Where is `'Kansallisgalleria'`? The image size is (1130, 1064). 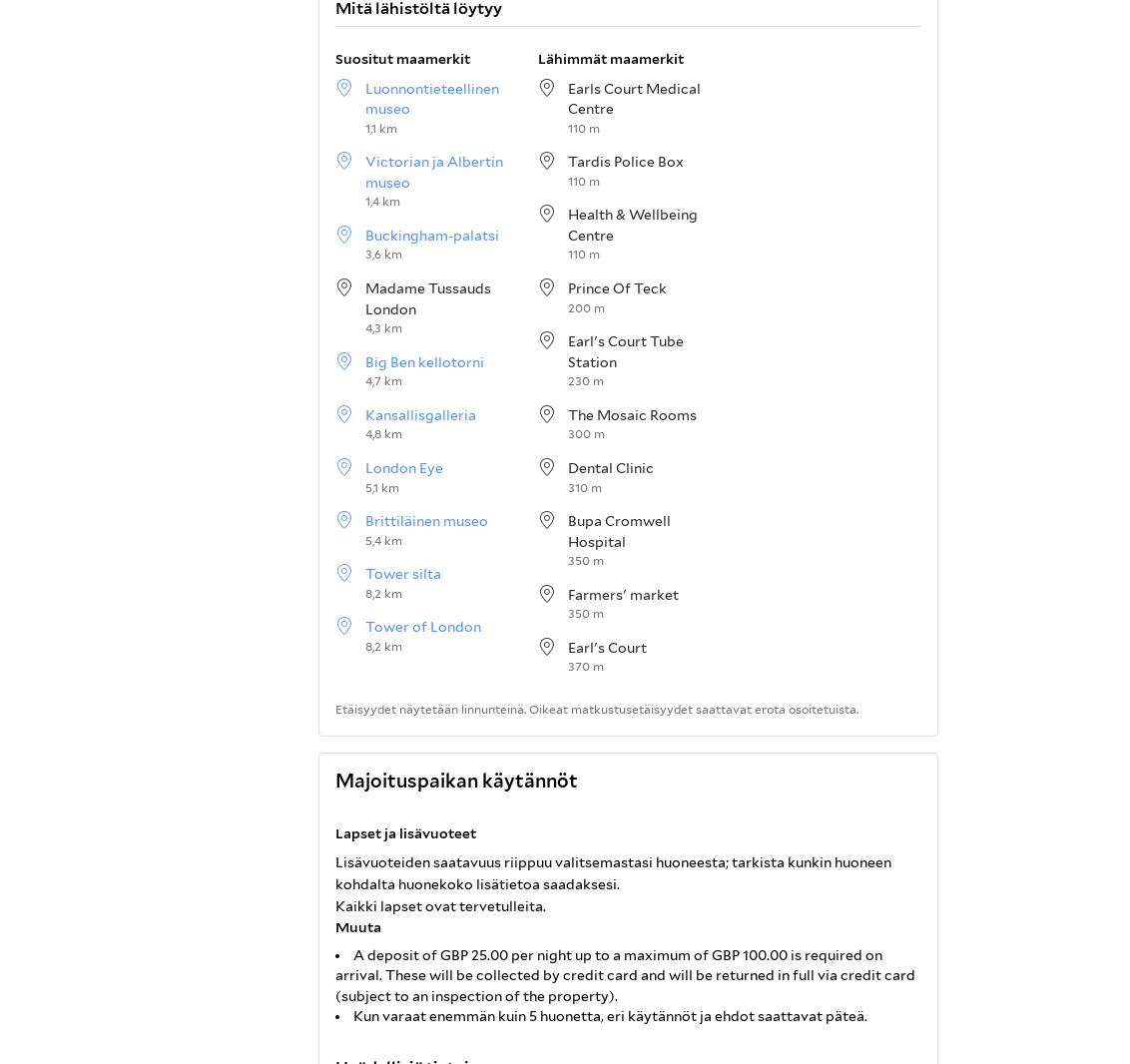
'Kansallisgalleria' is located at coordinates (418, 413).